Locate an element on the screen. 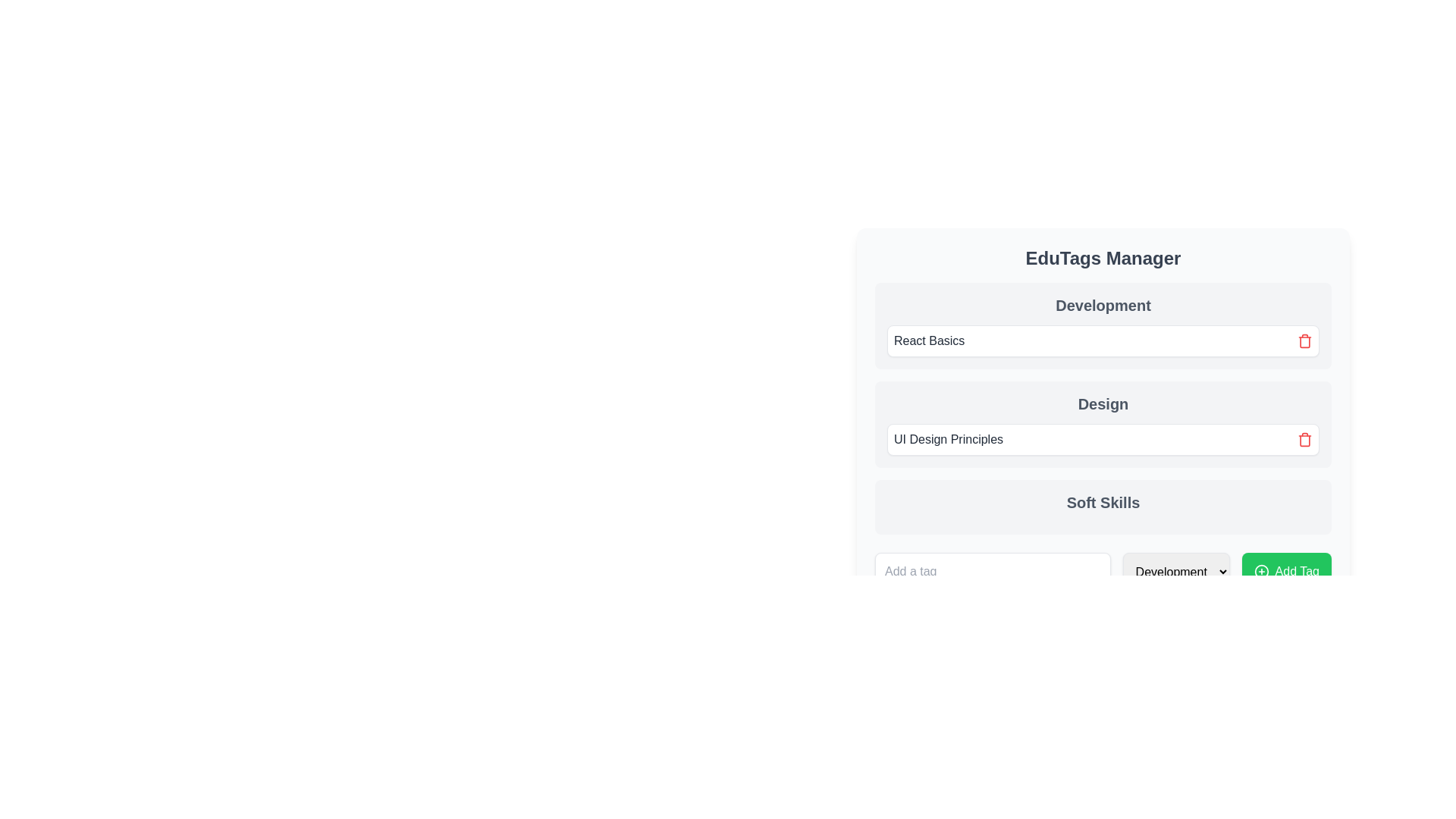 Image resolution: width=1456 pixels, height=819 pixels. the circular green icon with a plus sign located to the left of the 'Add Tag' text to initiate the add tag process is located at coordinates (1261, 571).